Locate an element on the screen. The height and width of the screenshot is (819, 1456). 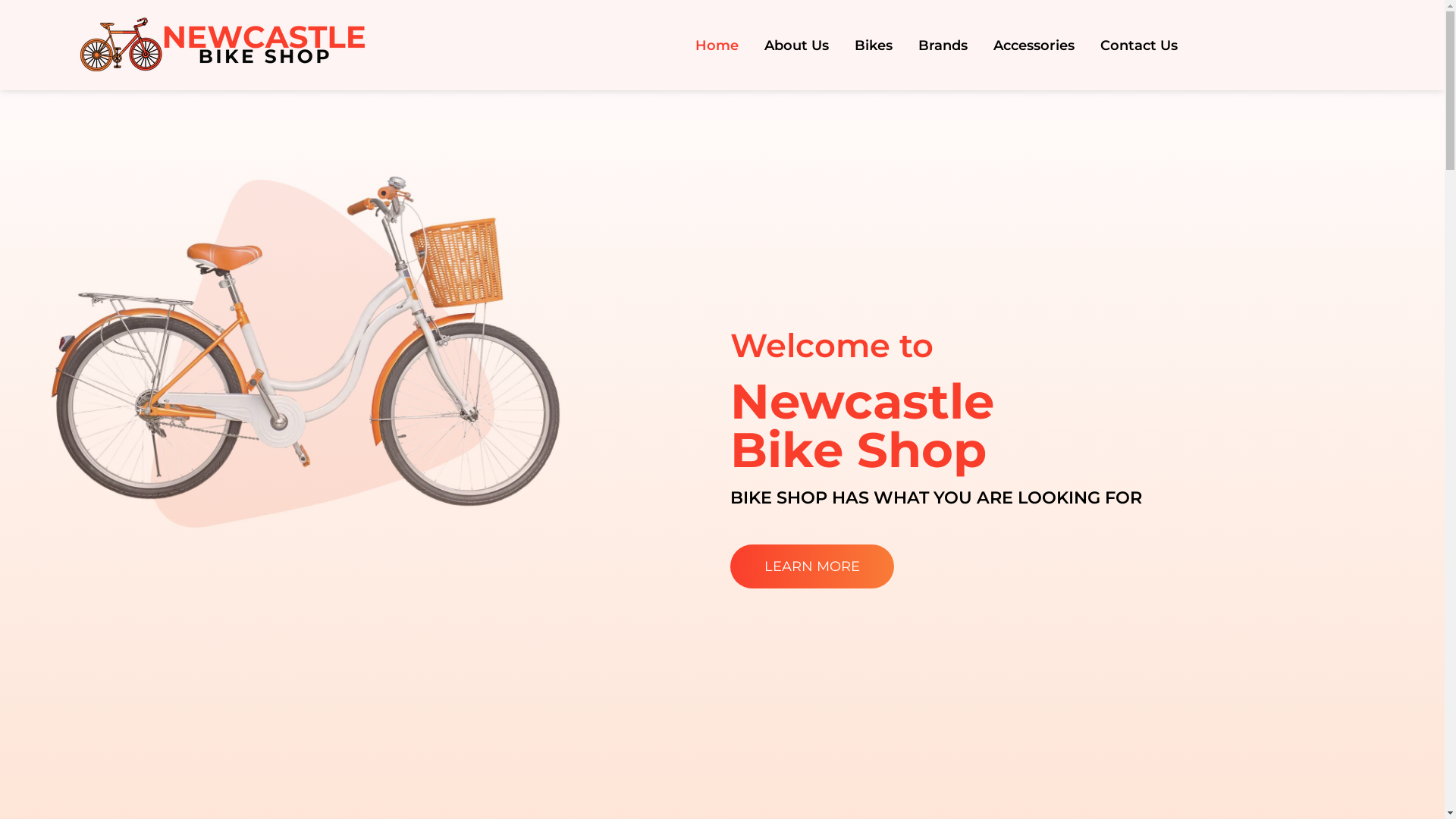
'About Us' is located at coordinates (795, 43).